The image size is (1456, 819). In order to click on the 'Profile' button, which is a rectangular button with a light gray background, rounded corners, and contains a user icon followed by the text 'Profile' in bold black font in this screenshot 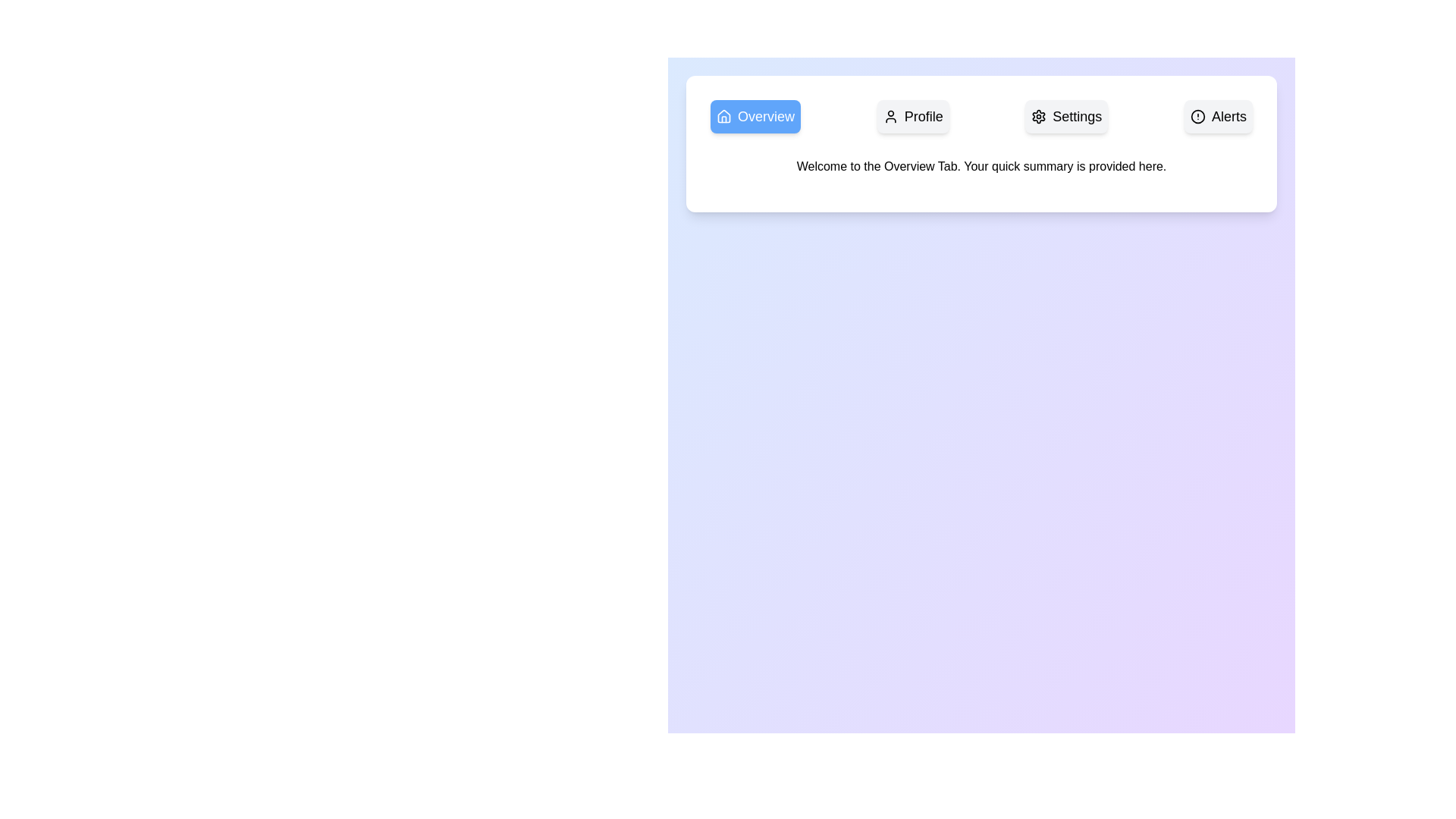, I will do `click(912, 116)`.